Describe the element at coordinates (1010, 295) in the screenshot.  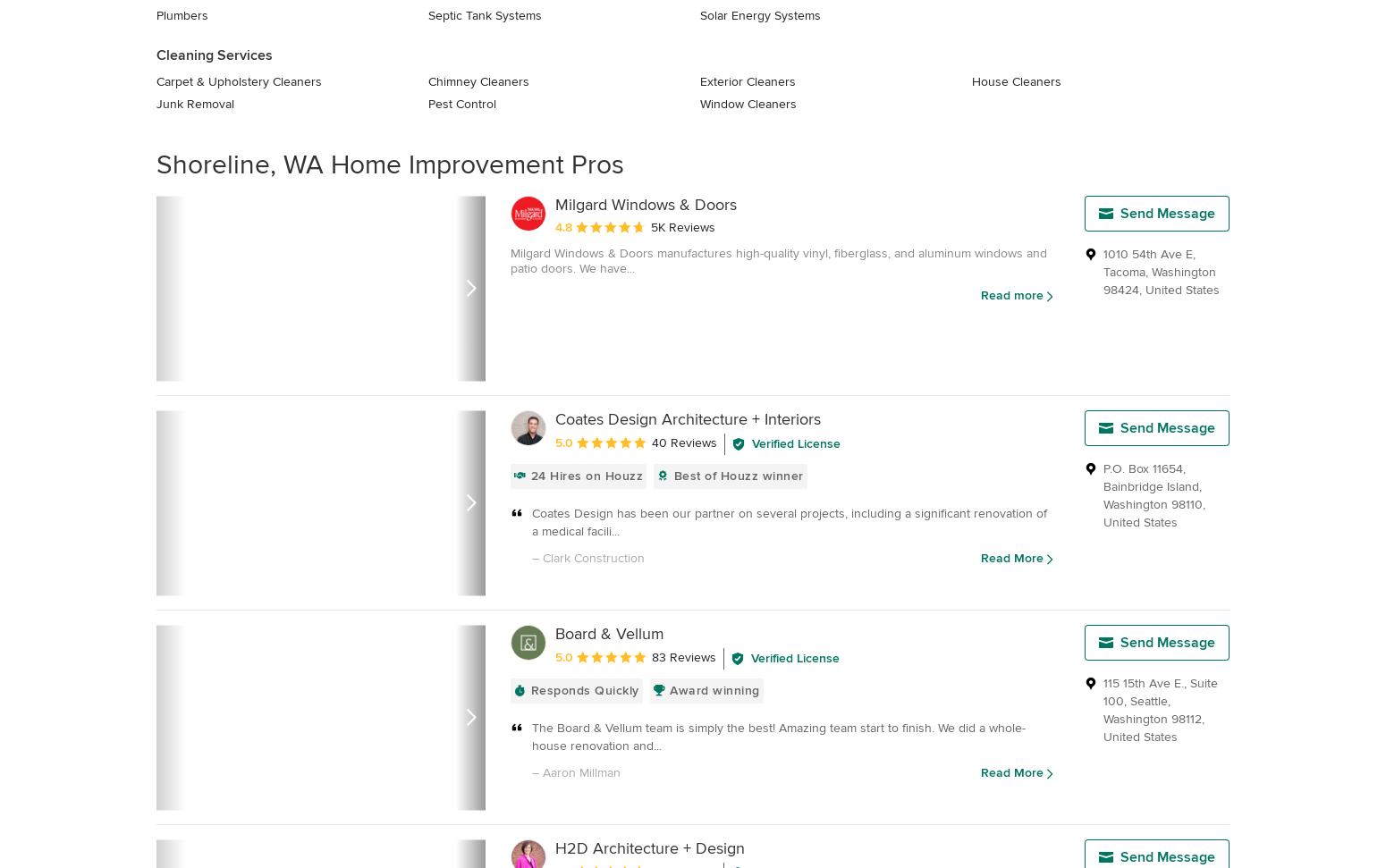
I see `'Read more'` at that location.